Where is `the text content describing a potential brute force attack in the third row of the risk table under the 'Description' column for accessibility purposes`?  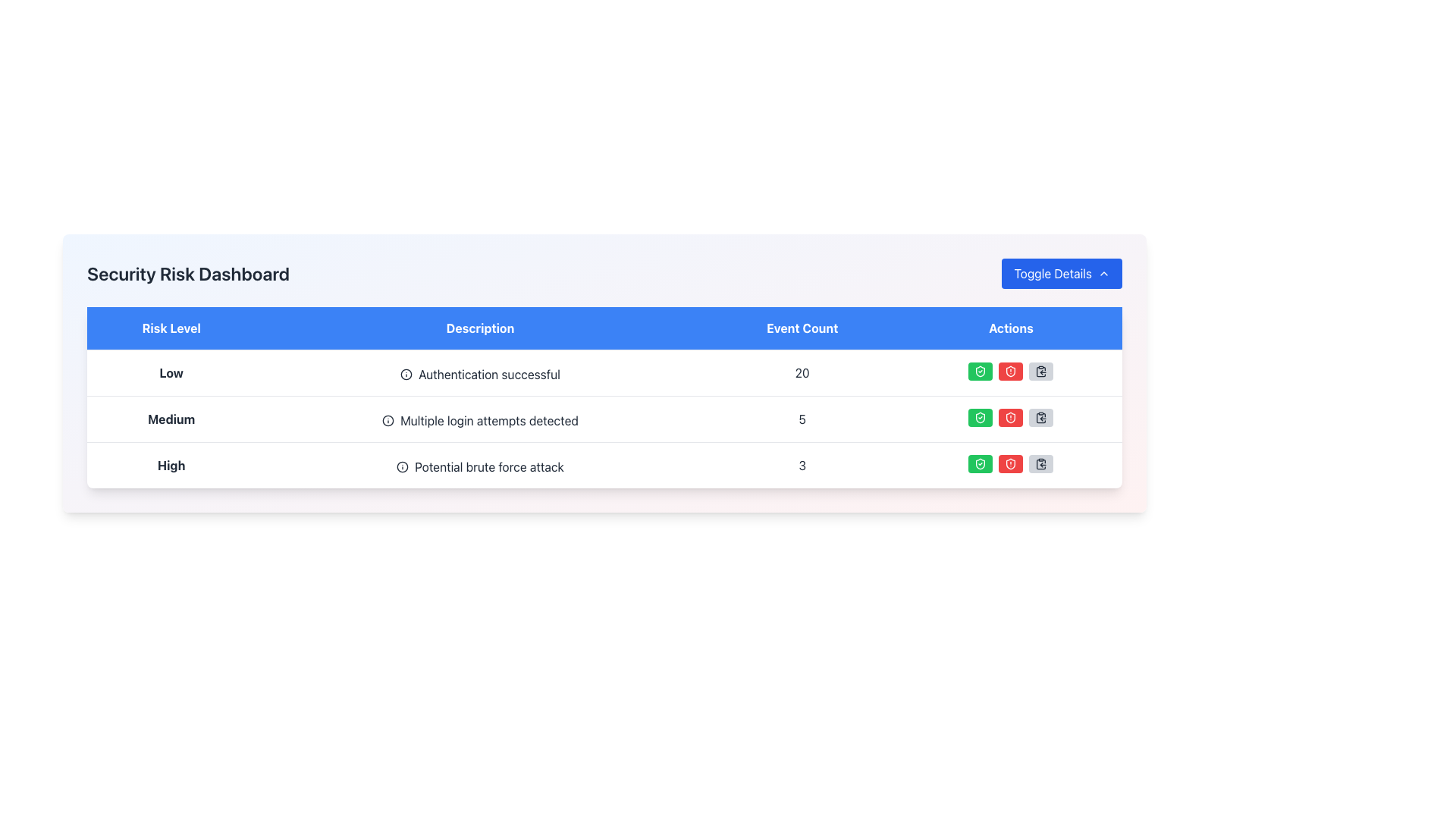 the text content describing a potential brute force attack in the third row of the risk table under the 'Description' column for accessibility purposes is located at coordinates (479, 466).